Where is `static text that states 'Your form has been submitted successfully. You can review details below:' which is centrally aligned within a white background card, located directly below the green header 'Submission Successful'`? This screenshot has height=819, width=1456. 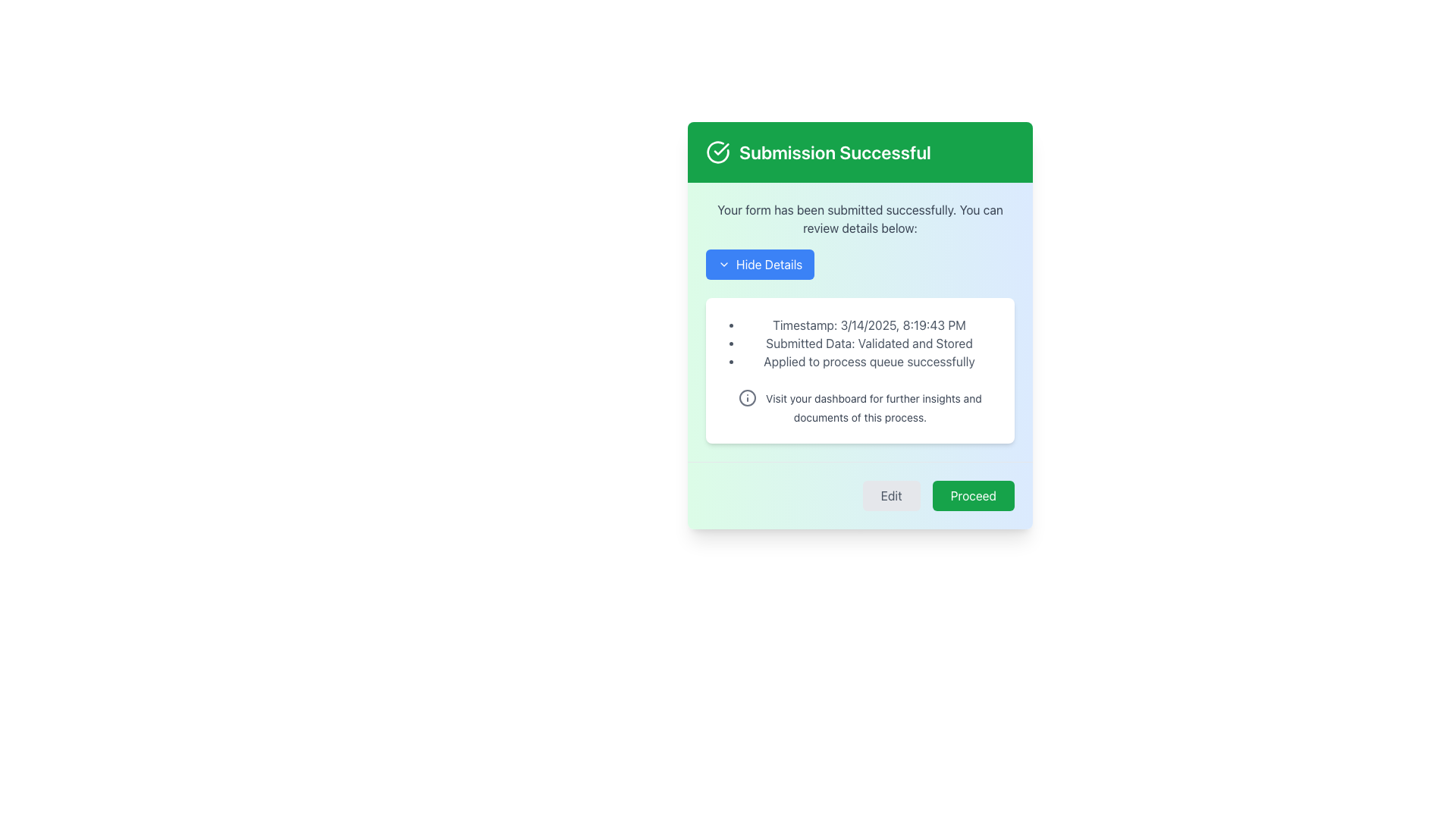
static text that states 'Your form has been submitted successfully. You can review details below:' which is centrally aligned within a white background card, located directly below the green header 'Submission Successful' is located at coordinates (860, 219).